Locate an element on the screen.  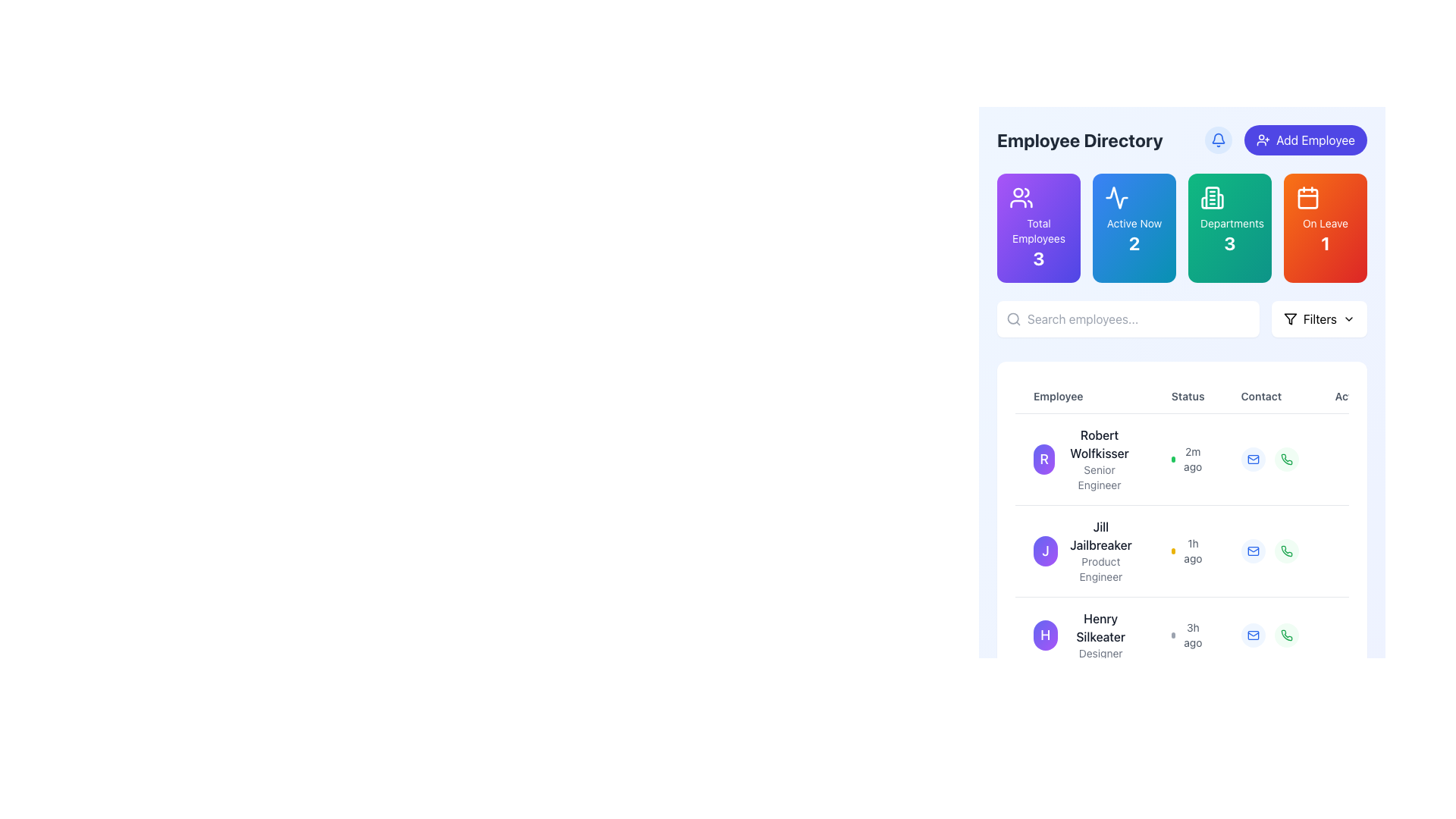
the chevron icon located to the far right of the 'Filters' button group is located at coordinates (1349, 318).